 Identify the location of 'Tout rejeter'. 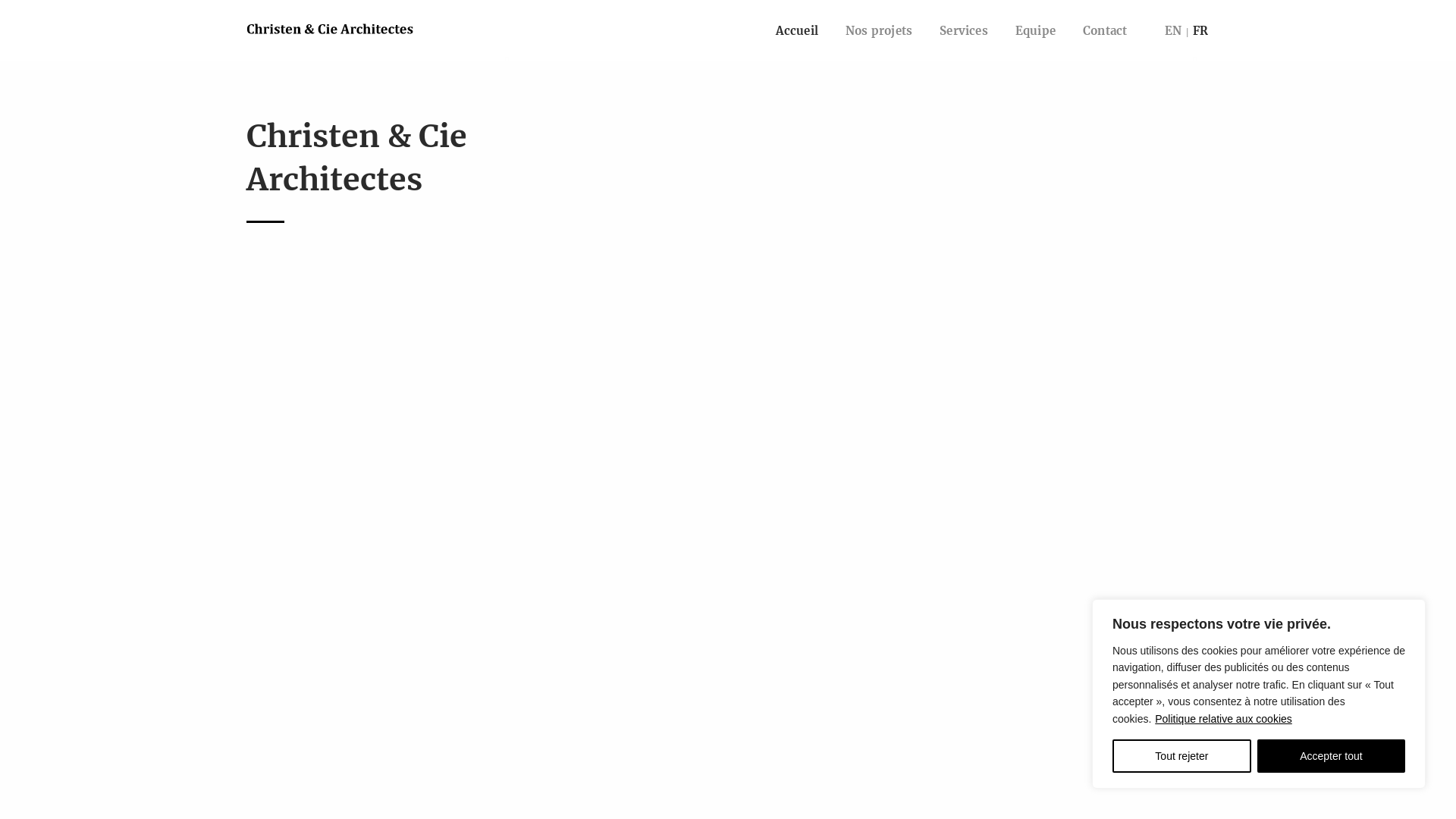
(1181, 755).